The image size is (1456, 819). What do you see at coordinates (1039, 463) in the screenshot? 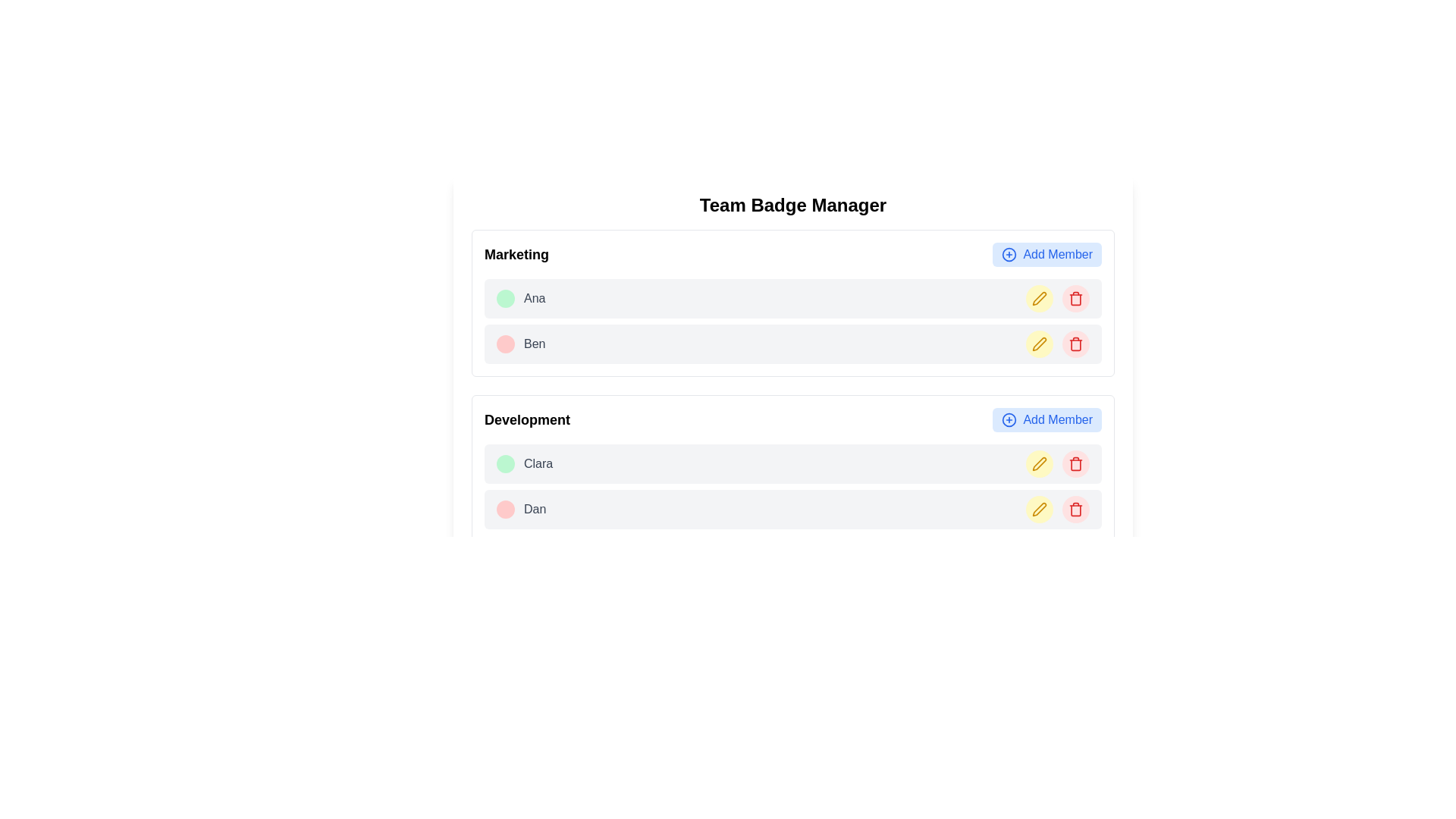
I see `the yellow pen icon within the clickable button` at bounding box center [1039, 463].